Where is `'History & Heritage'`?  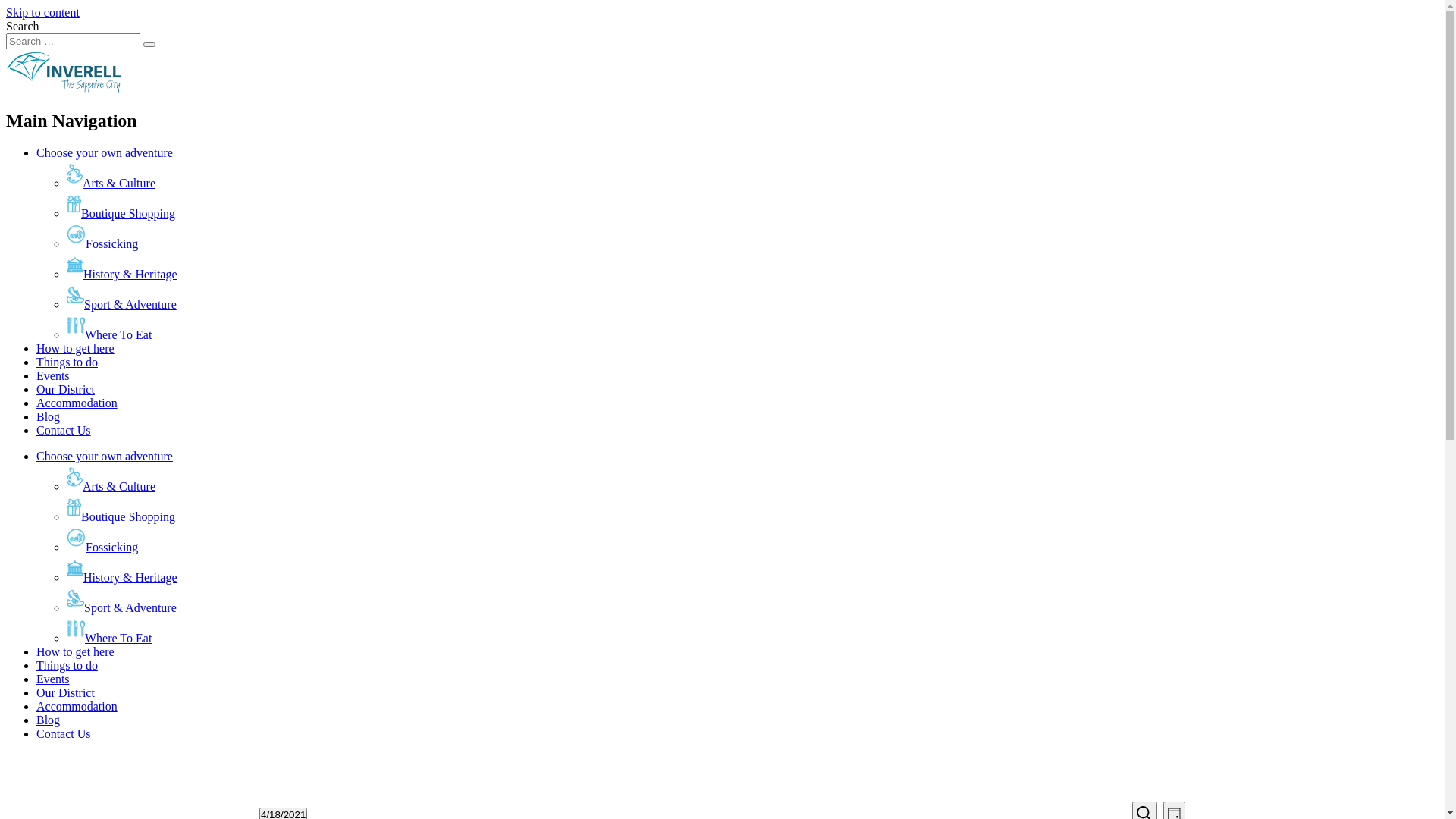
'History & Heritage' is located at coordinates (122, 274).